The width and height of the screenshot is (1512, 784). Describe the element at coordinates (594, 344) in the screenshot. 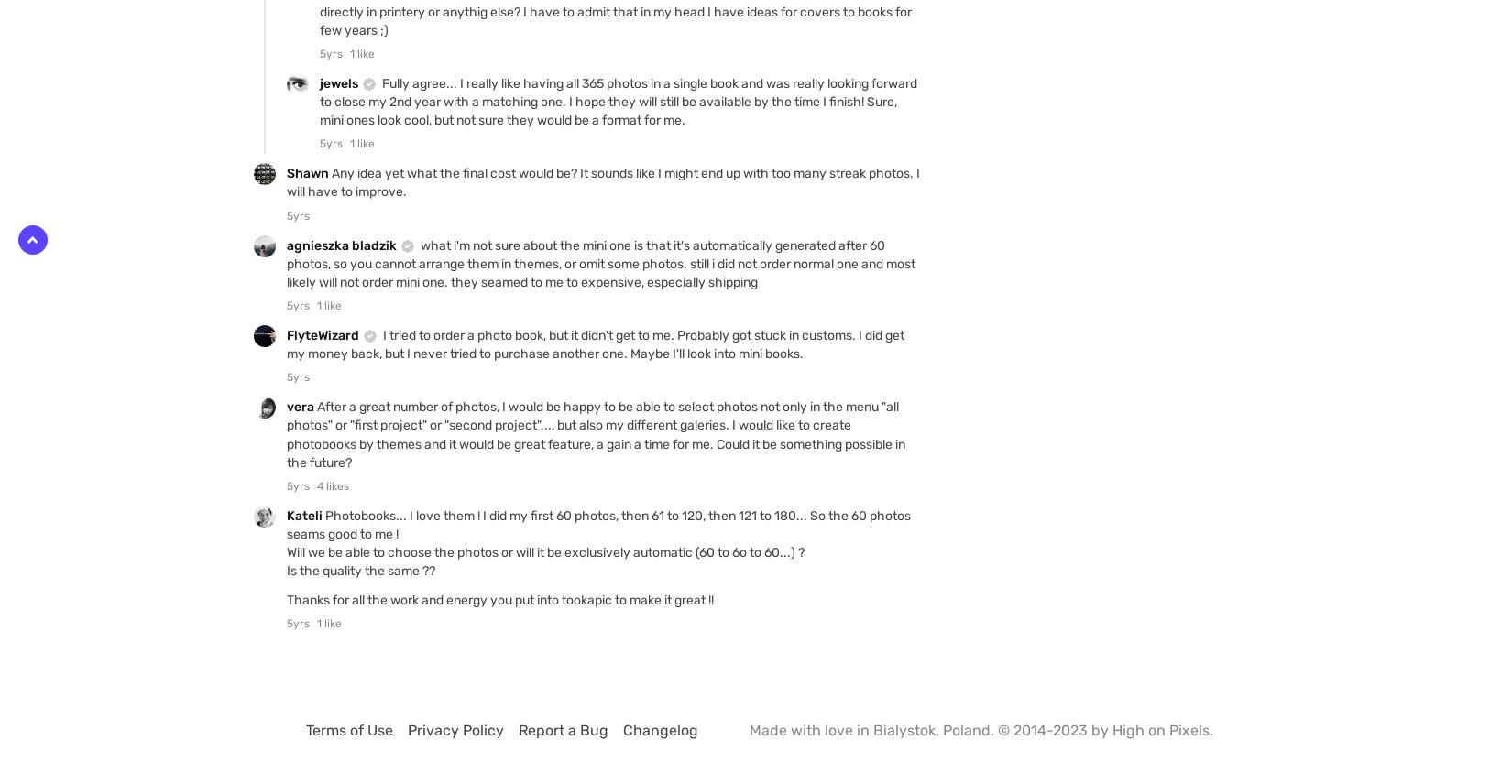

I see `'I tried to order a photo book, but it didn't get to me. Probably got stuck in customs. I did get my money back, but I never tried to purchase another one. Maybe I'll look into mini books.'` at that location.